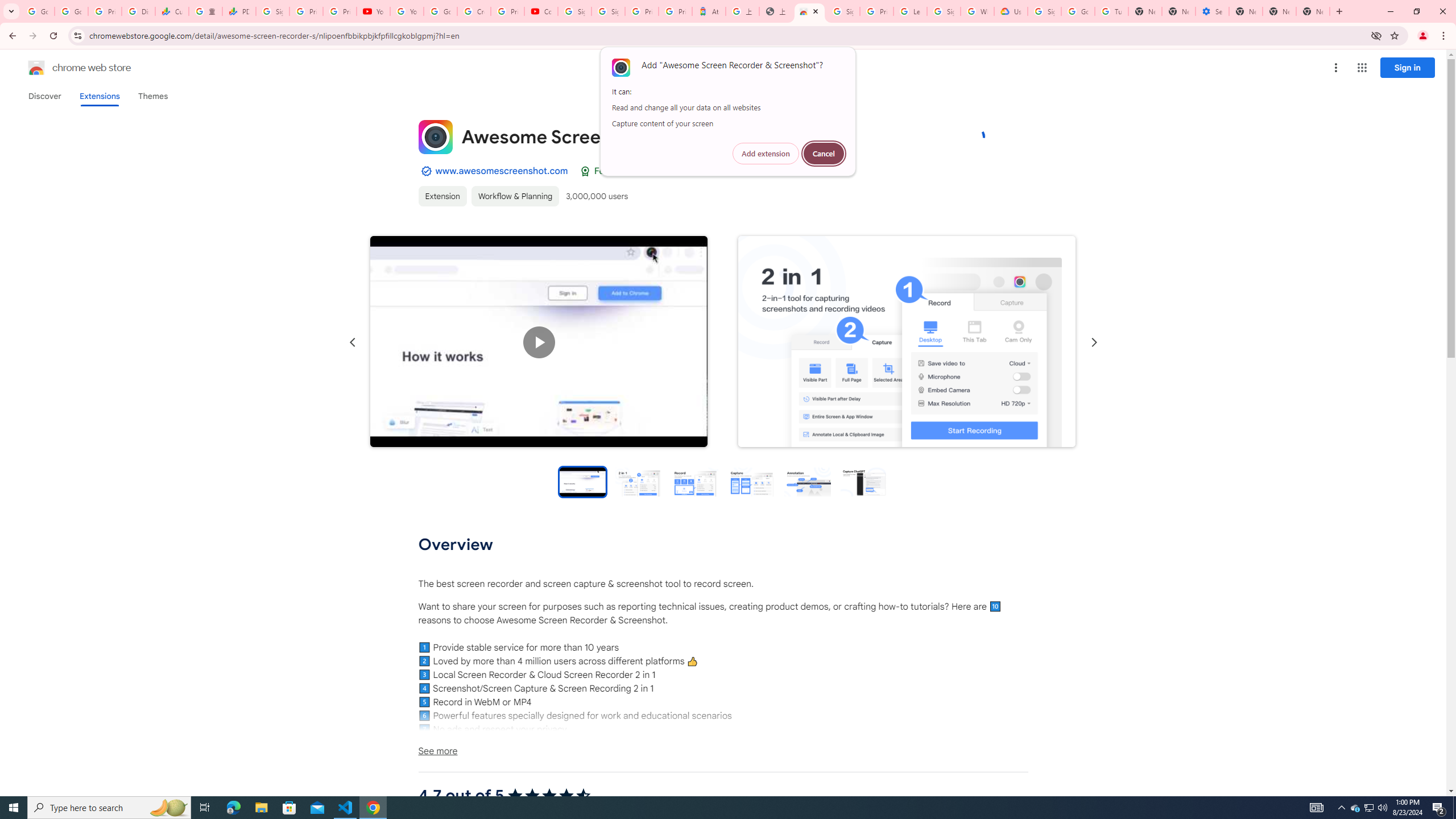 This screenshot has width=1456, height=819. Describe the element at coordinates (906, 341) in the screenshot. I see `'Item media 2 screenshot'` at that location.